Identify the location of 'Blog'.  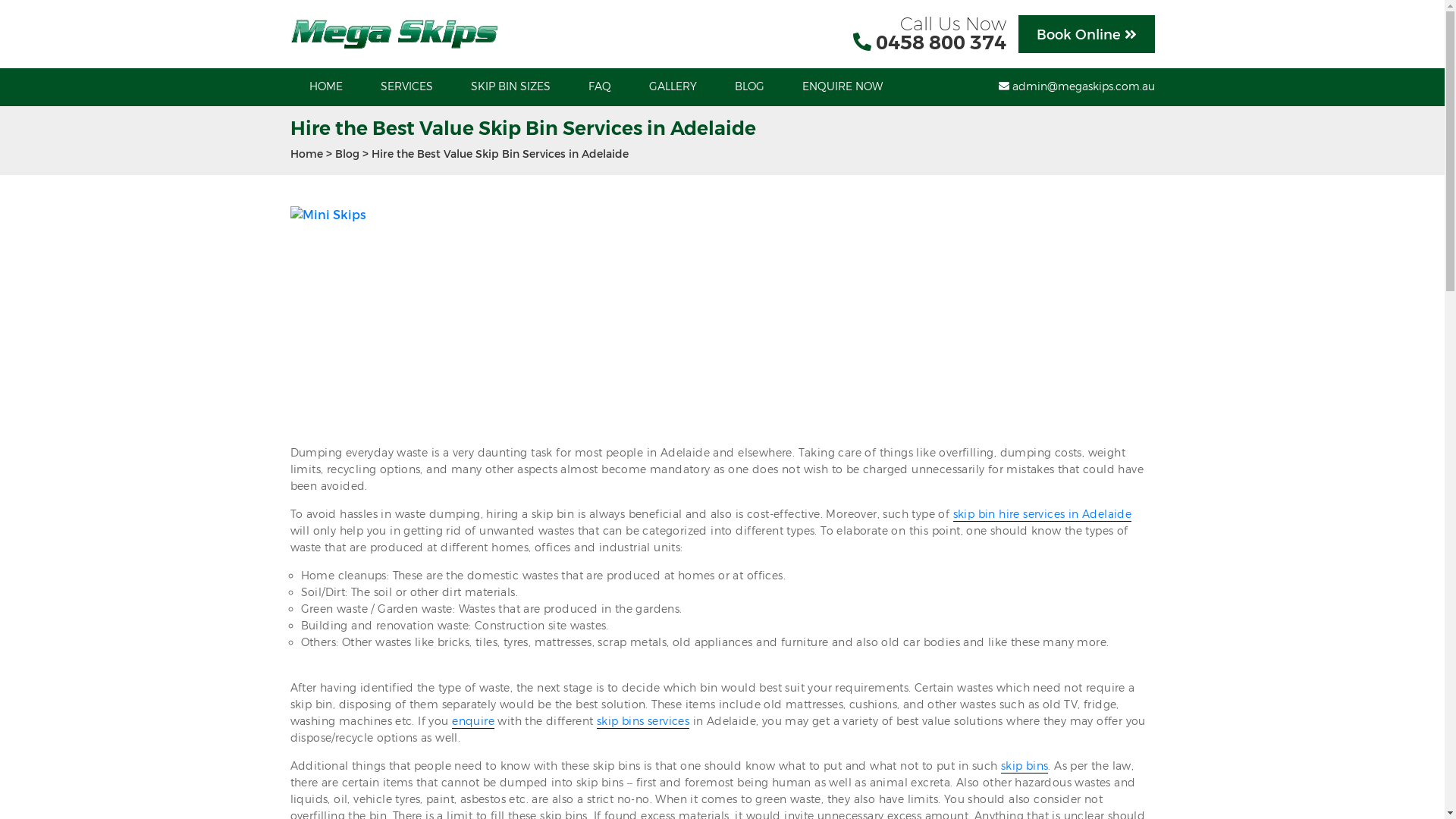
(346, 154).